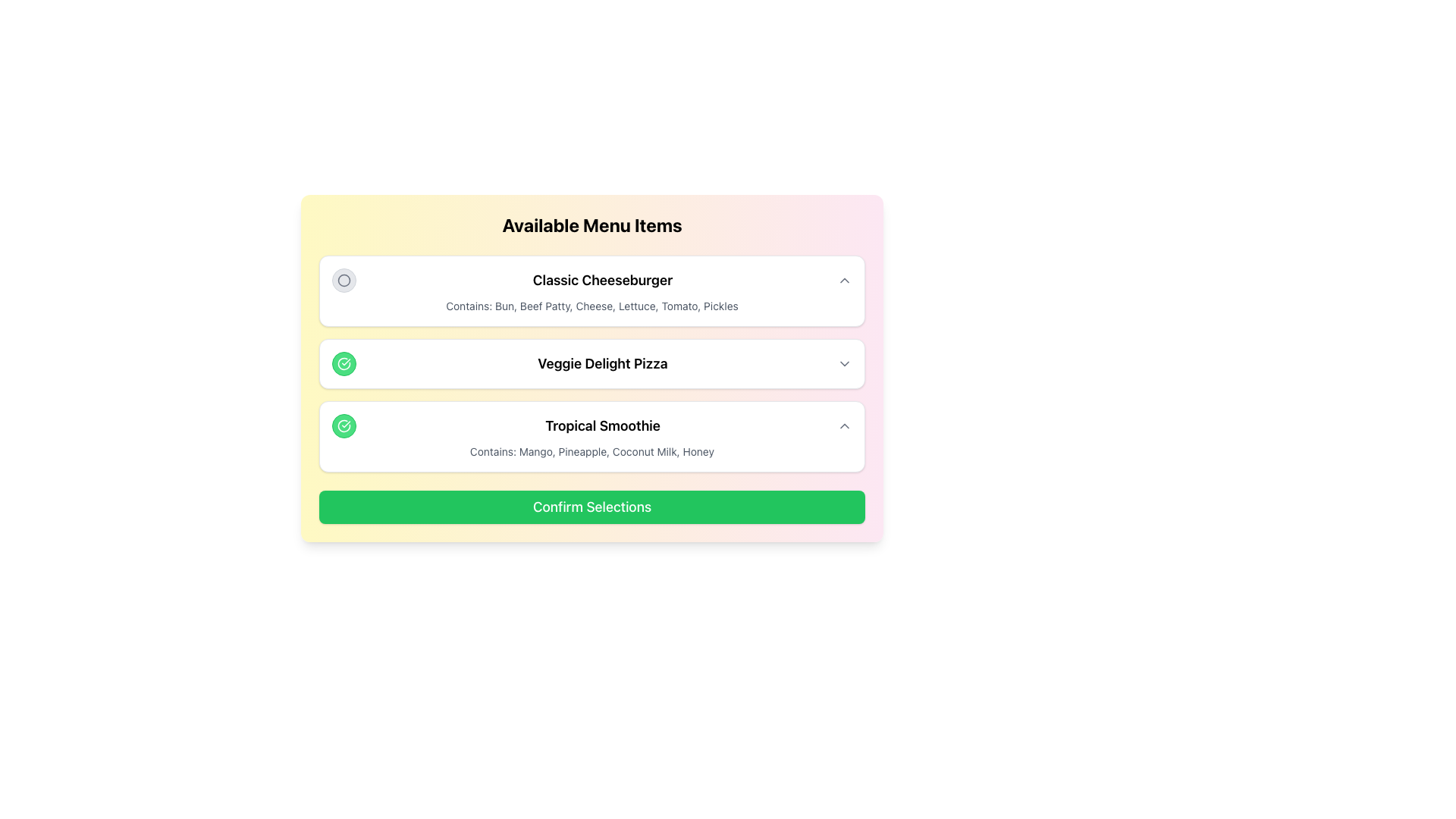 This screenshot has width=1456, height=819. Describe the element at coordinates (843, 363) in the screenshot. I see `the dropdown toggle icon to enable keyboard navigation for the 'Veggie Delight Pizza' section` at that location.